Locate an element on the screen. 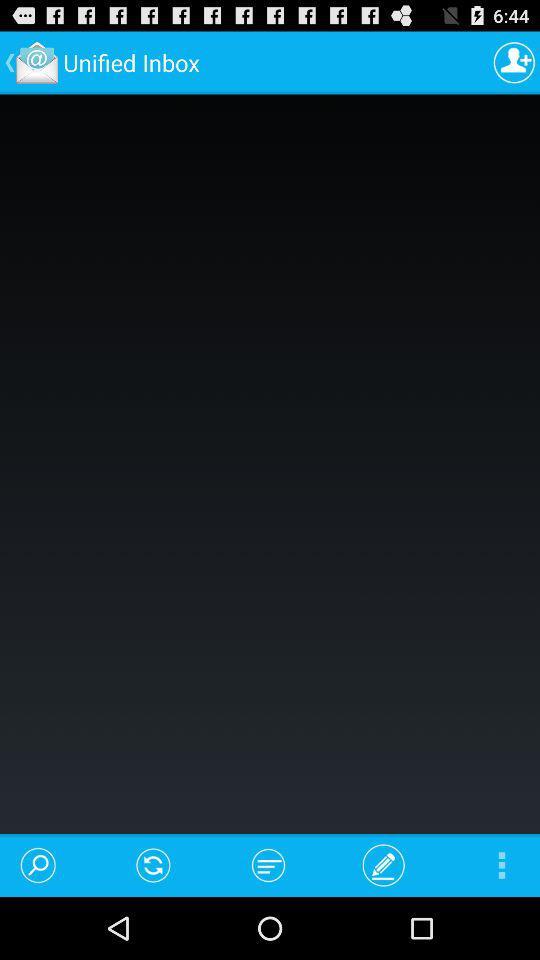  item at the top right corner is located at coordinates (514, 62).